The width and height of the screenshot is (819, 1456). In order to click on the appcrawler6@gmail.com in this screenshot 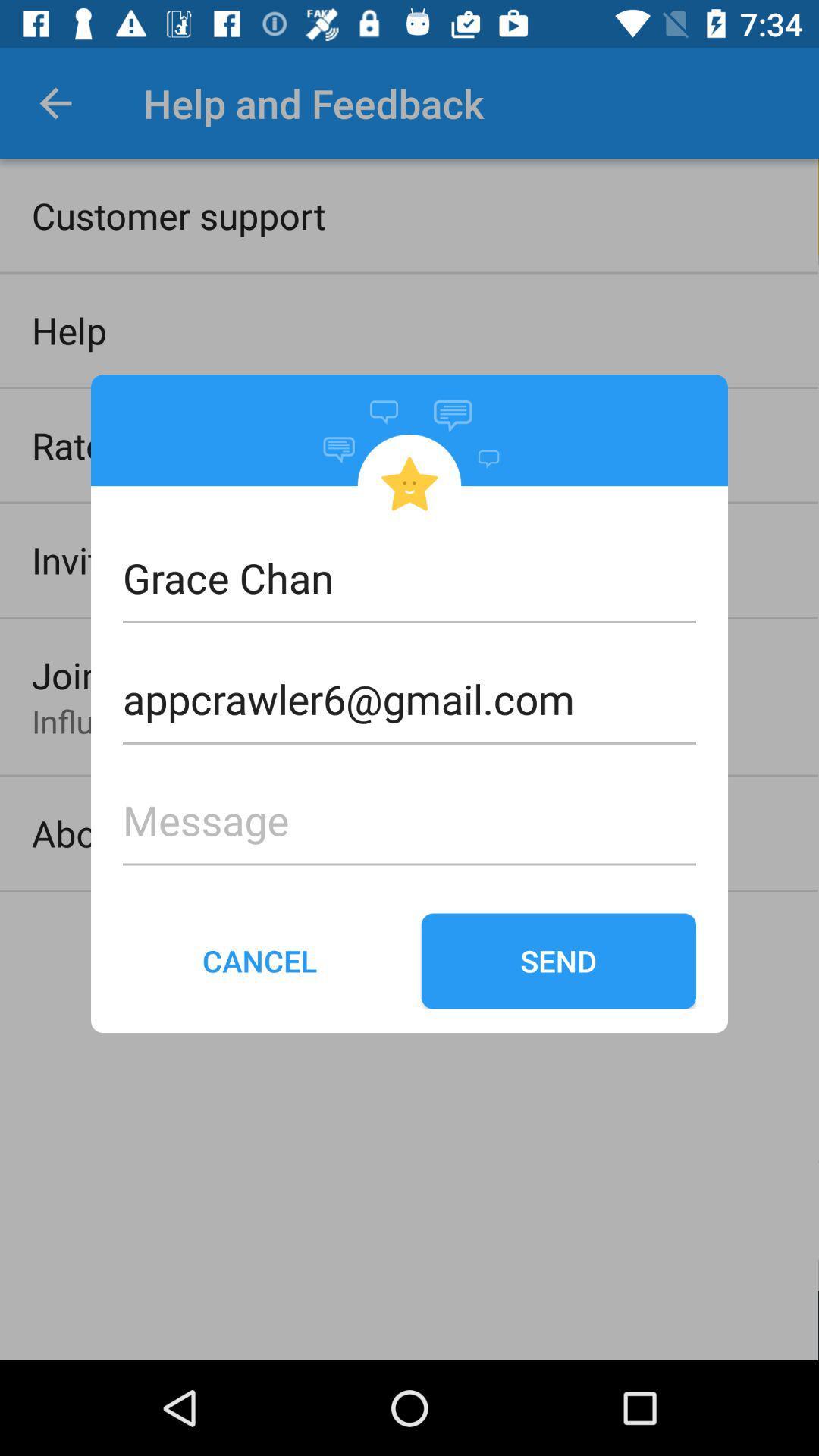, I will do `click(409, 673)`.